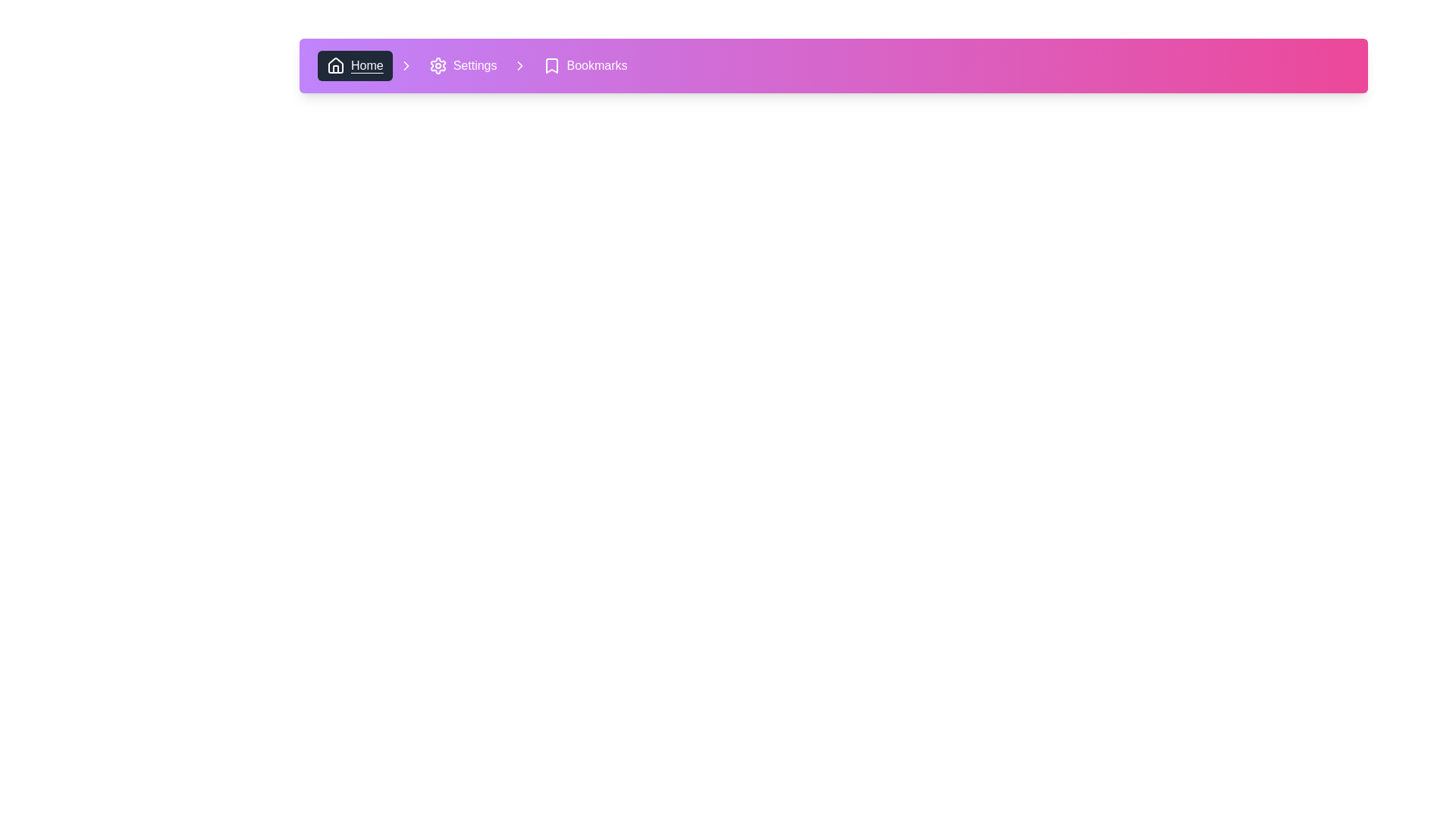 This screenshot has height=819, width=1456. I want to click on the 'Home' icon, which is a vector graphic resembling a house with a triangular roof and rectangular base, located at the top left of the navigation bar, so click(334, 64).